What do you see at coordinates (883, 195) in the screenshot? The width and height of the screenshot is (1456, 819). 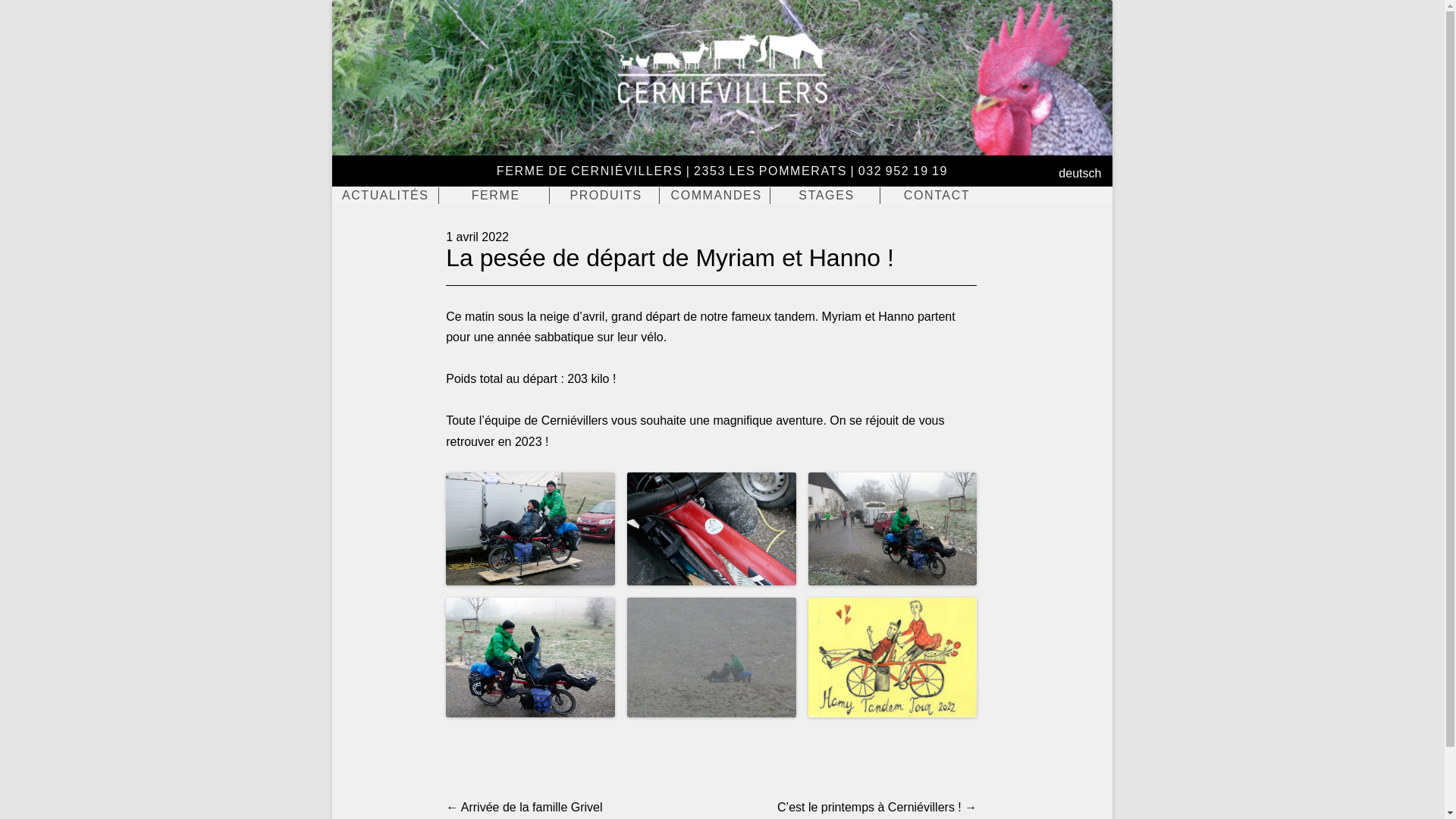 I see `'CONTACT'` at bounding box center [883, 195].